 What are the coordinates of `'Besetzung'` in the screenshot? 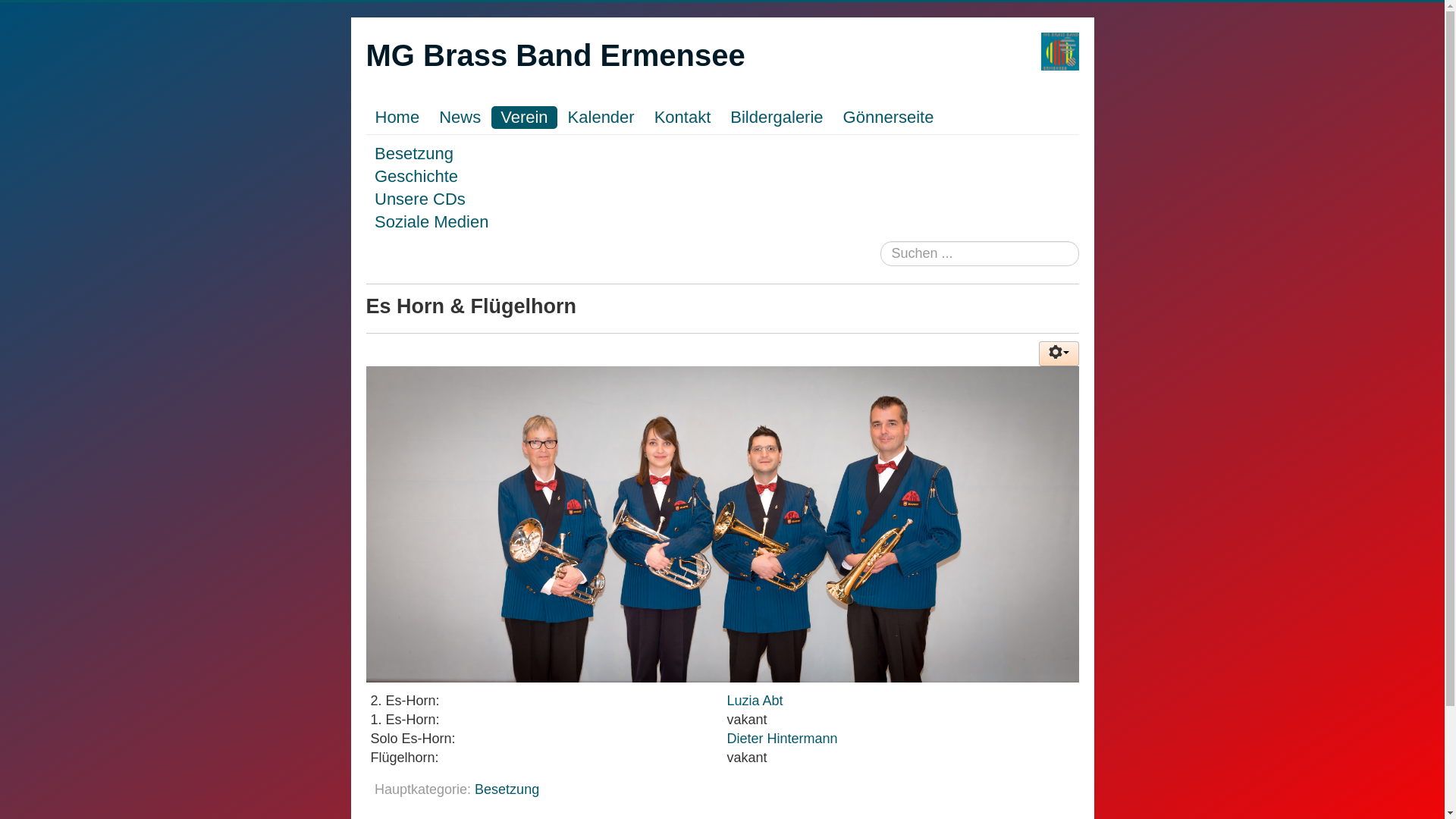 It's located at (507, 789).